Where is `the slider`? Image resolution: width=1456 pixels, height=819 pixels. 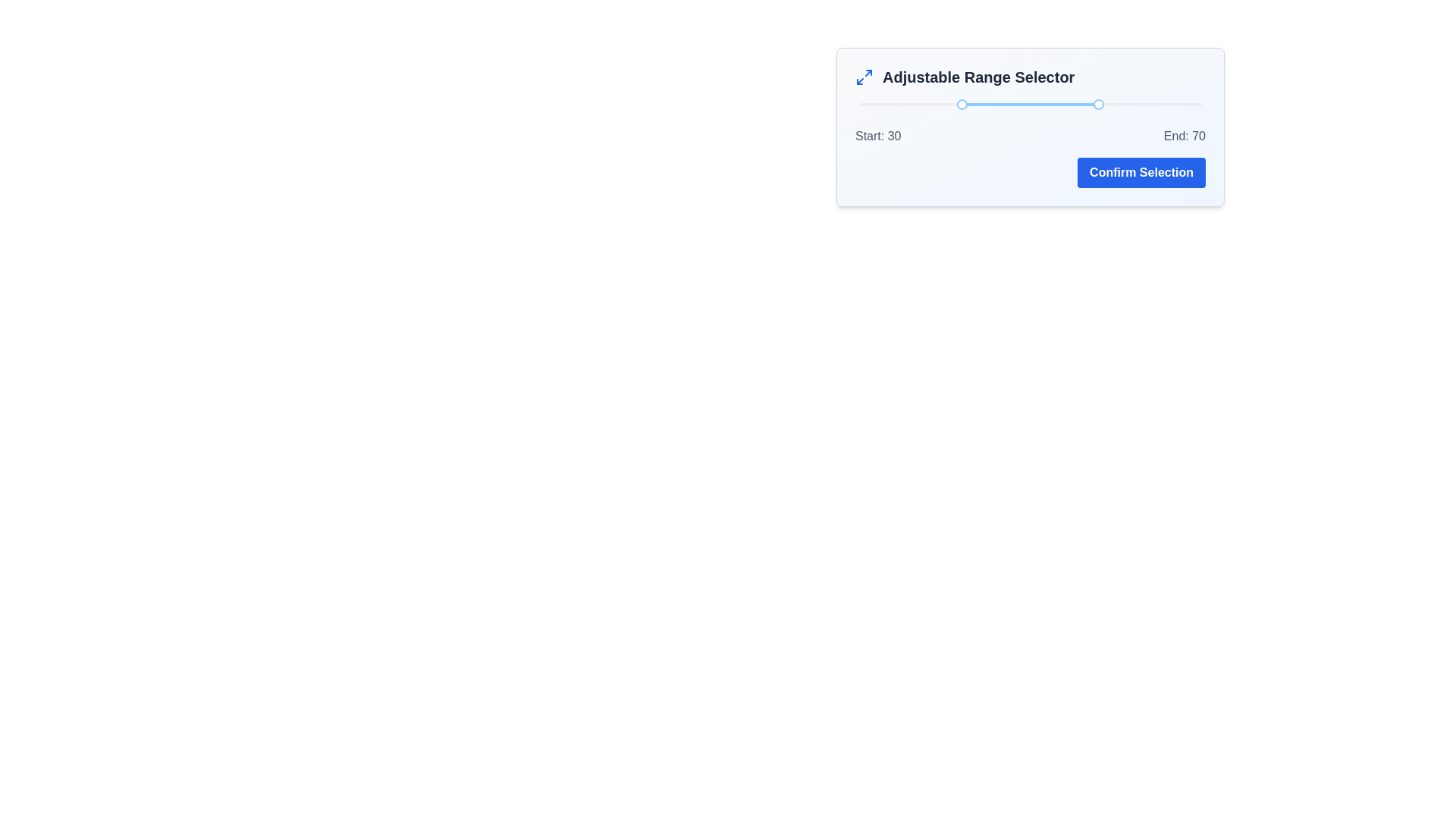
the slider is located at coordinates (1120, 104).